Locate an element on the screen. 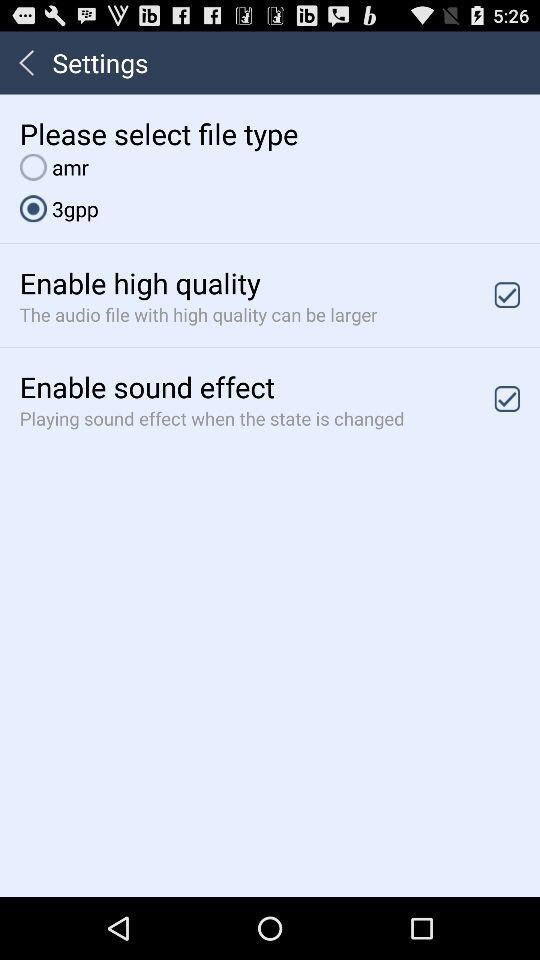 This screenshot has width=540, height=960. enable sound effect is located at coordinates (507, 397).